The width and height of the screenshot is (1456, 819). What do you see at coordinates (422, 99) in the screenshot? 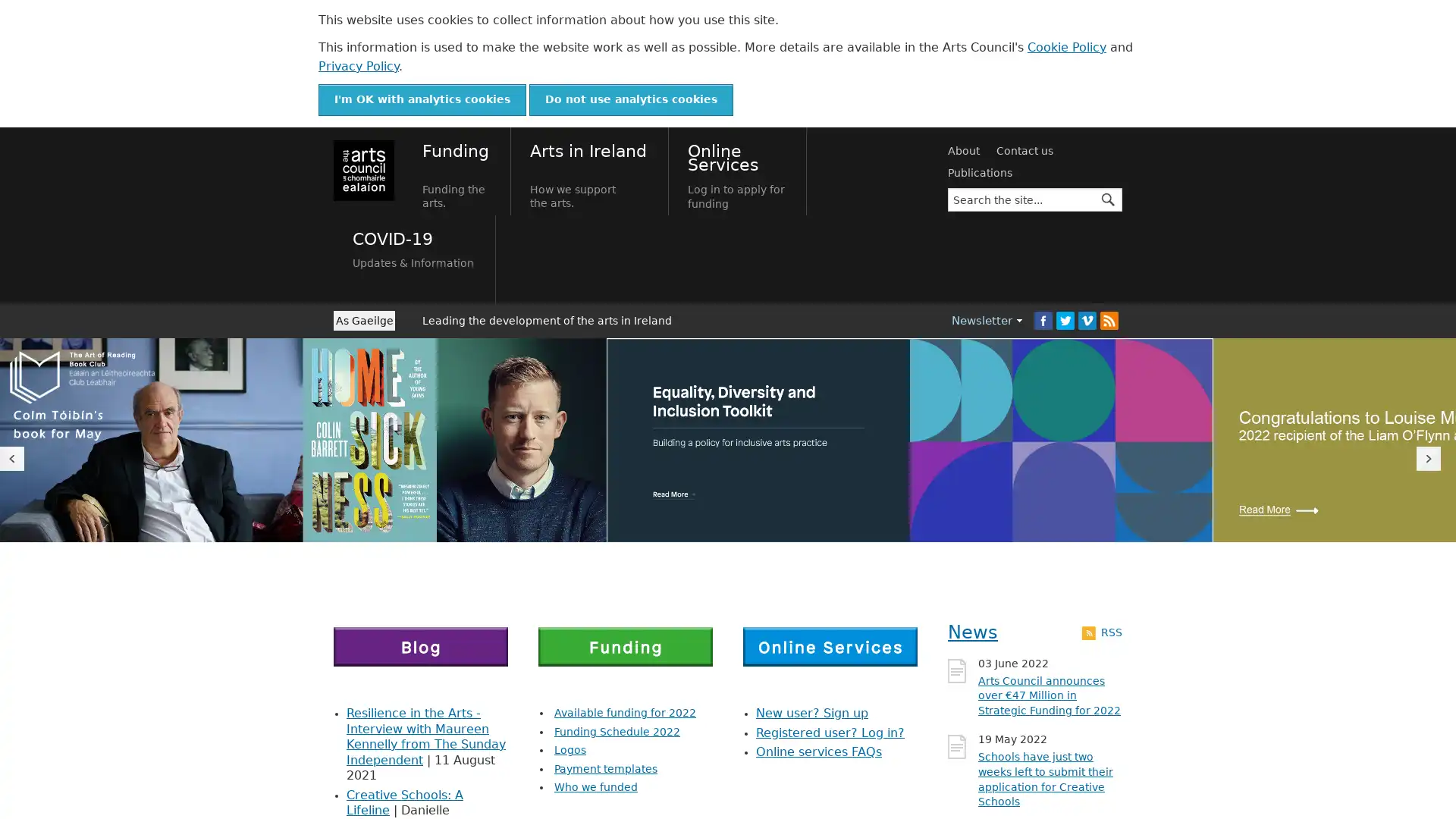
I see `I'm OK with analytics cookies` at bounding box center [422, 99].